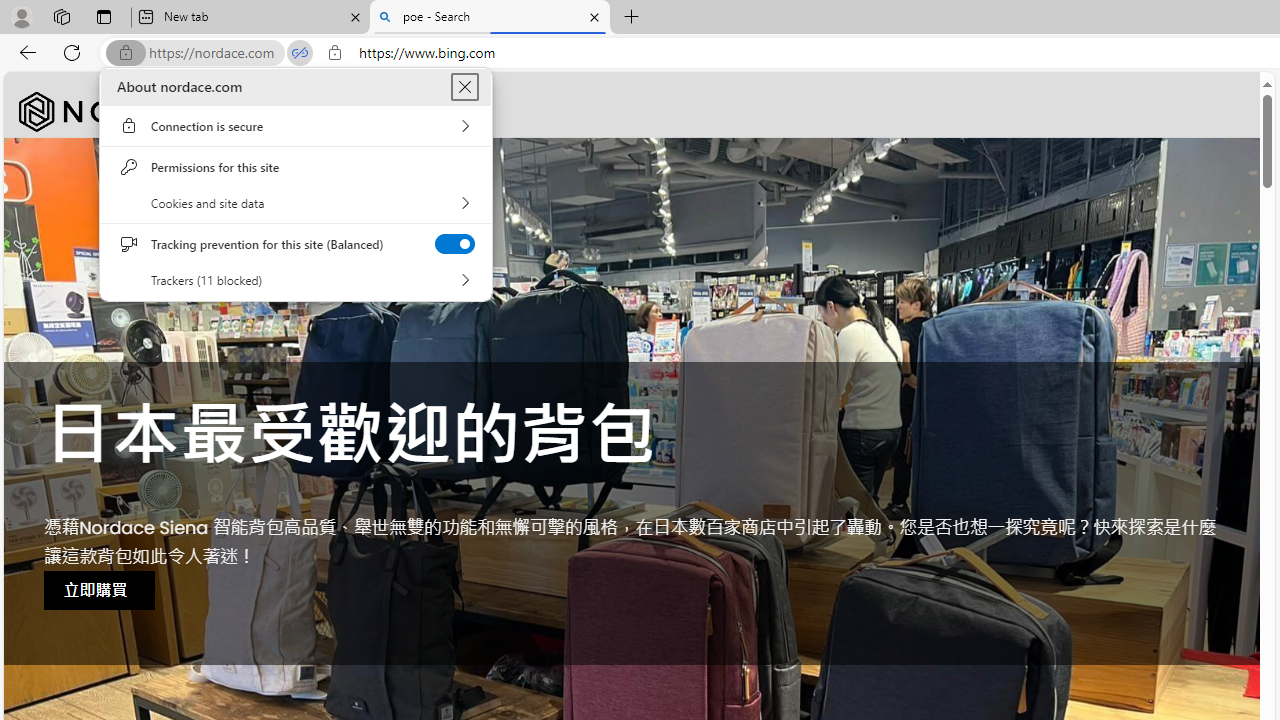  What do you see at coordinates (295, 280) in the screenshot?
I see `'Trackers (11 blocked)'` at bounding box center [295, 280].